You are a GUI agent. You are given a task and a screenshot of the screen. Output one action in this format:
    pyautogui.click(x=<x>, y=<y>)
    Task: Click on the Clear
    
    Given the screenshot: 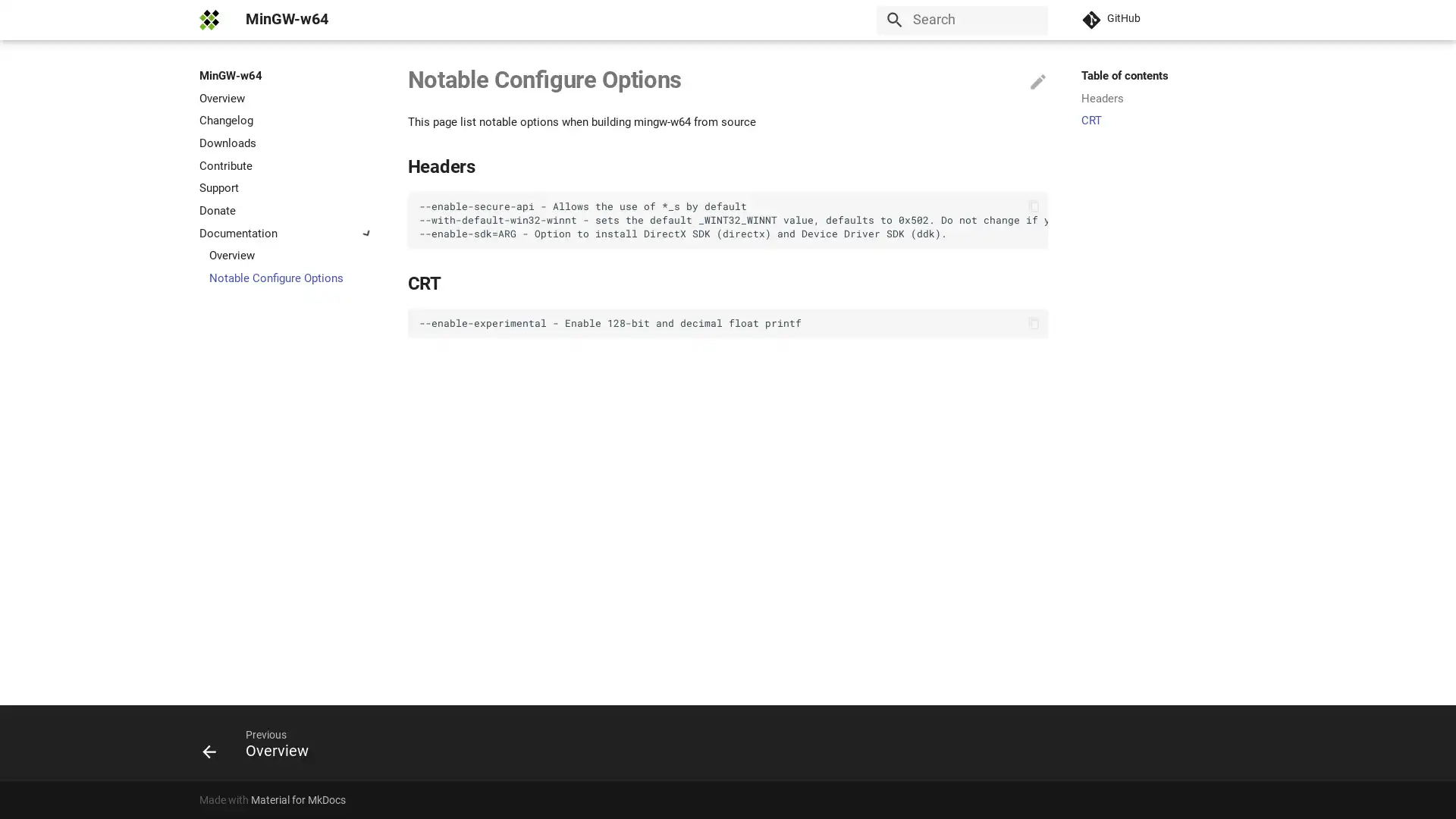 What is the action you would take?
    pyautogui.click(x=1030, y=20)
    